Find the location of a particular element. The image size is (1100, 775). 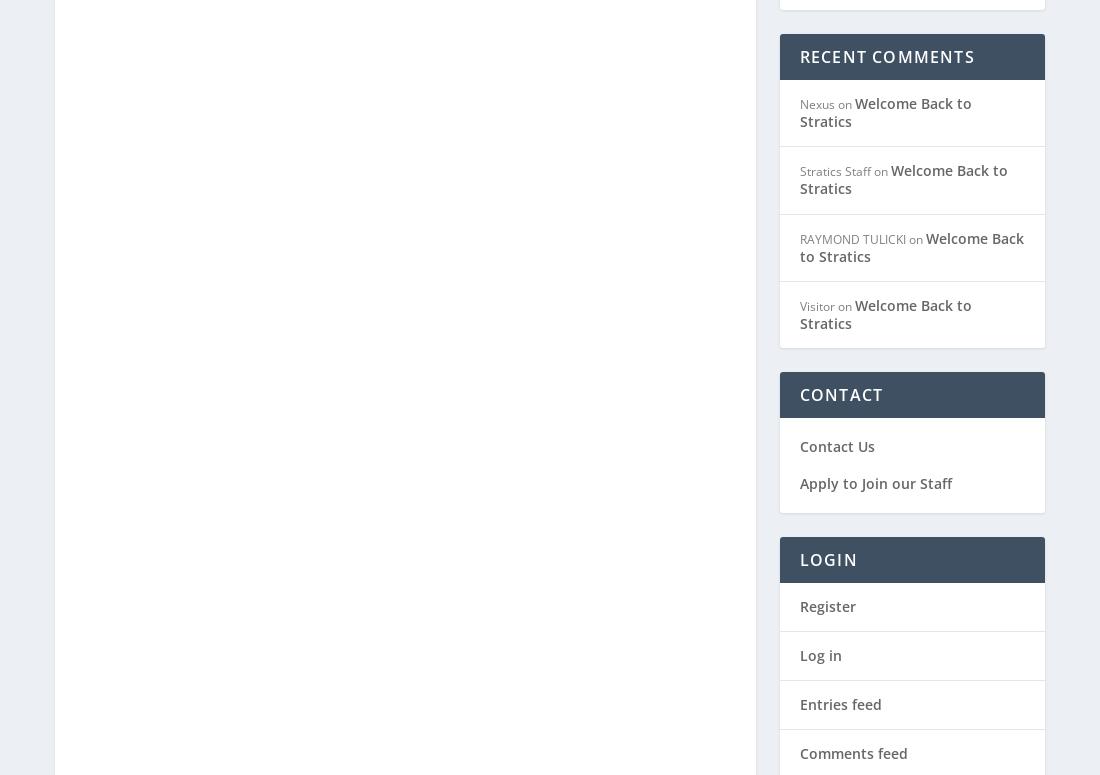

'Register' is located at coordinates (799, 495).